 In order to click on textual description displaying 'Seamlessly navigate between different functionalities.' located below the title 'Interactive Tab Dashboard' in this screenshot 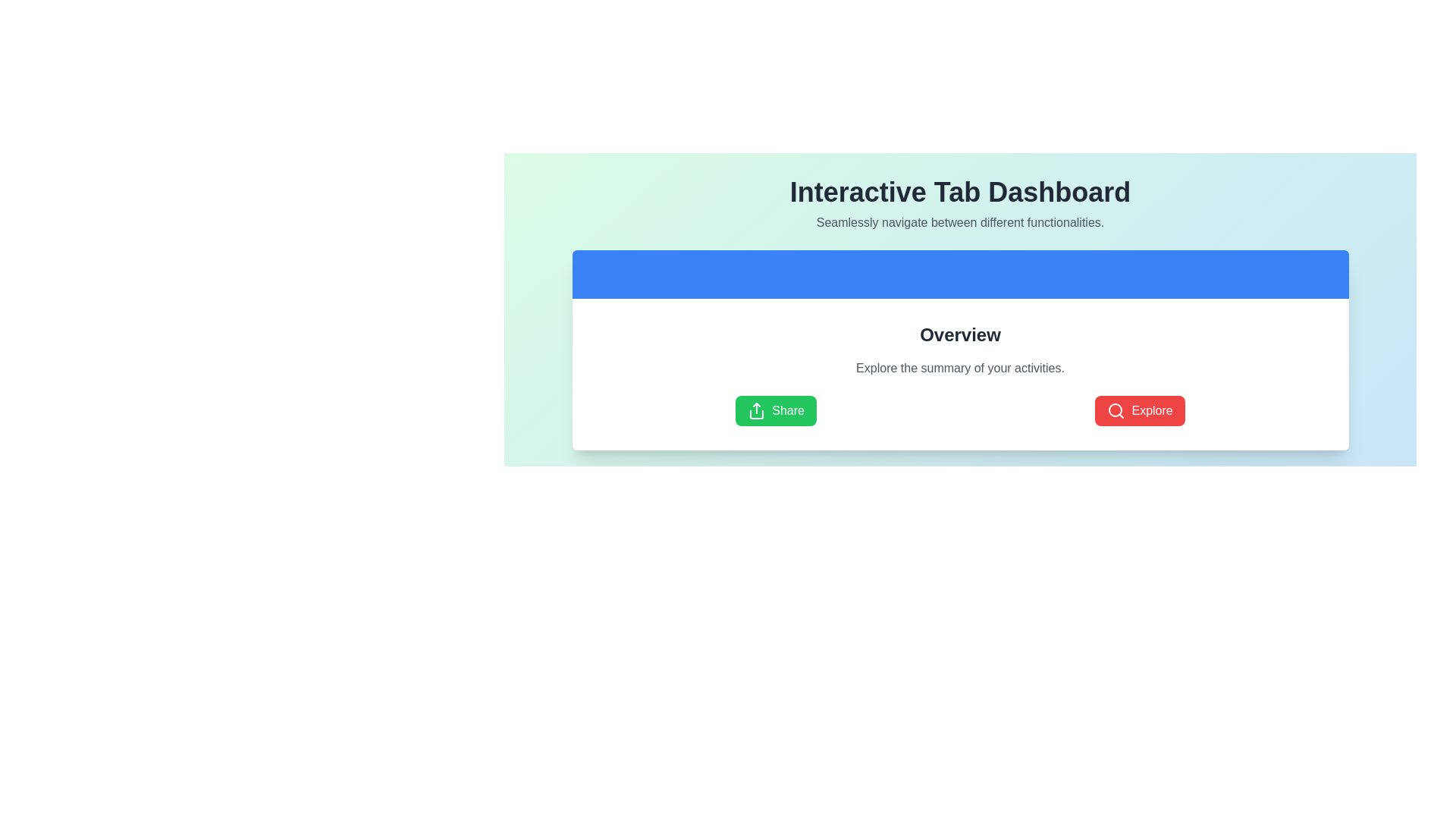, I will do `click(959, 222)`.